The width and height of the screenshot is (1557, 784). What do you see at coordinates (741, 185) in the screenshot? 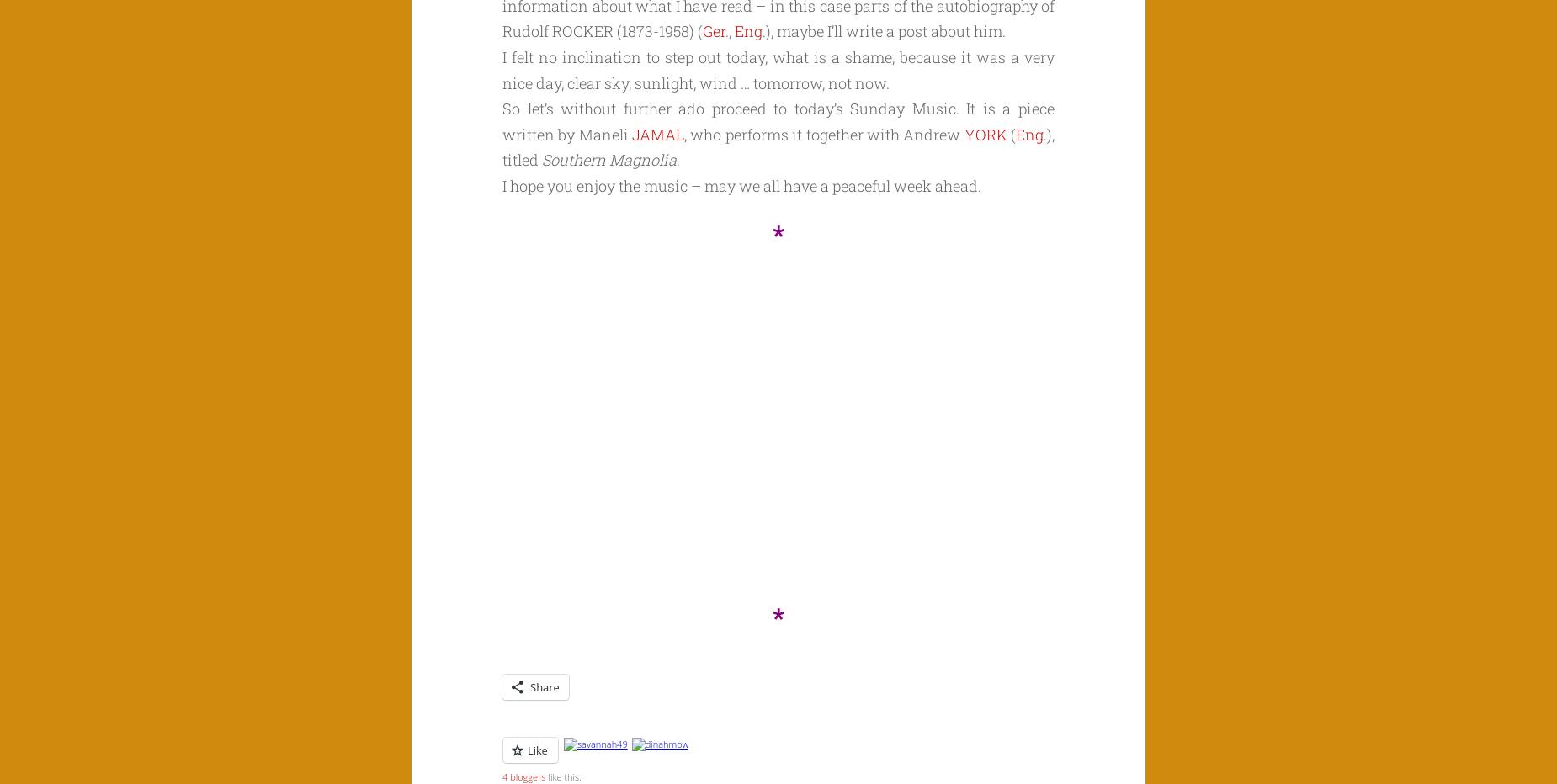
I see `'I hope you enjoy the music – may we all have a peaceful week ahead.'` at bounding box center [741, 185].